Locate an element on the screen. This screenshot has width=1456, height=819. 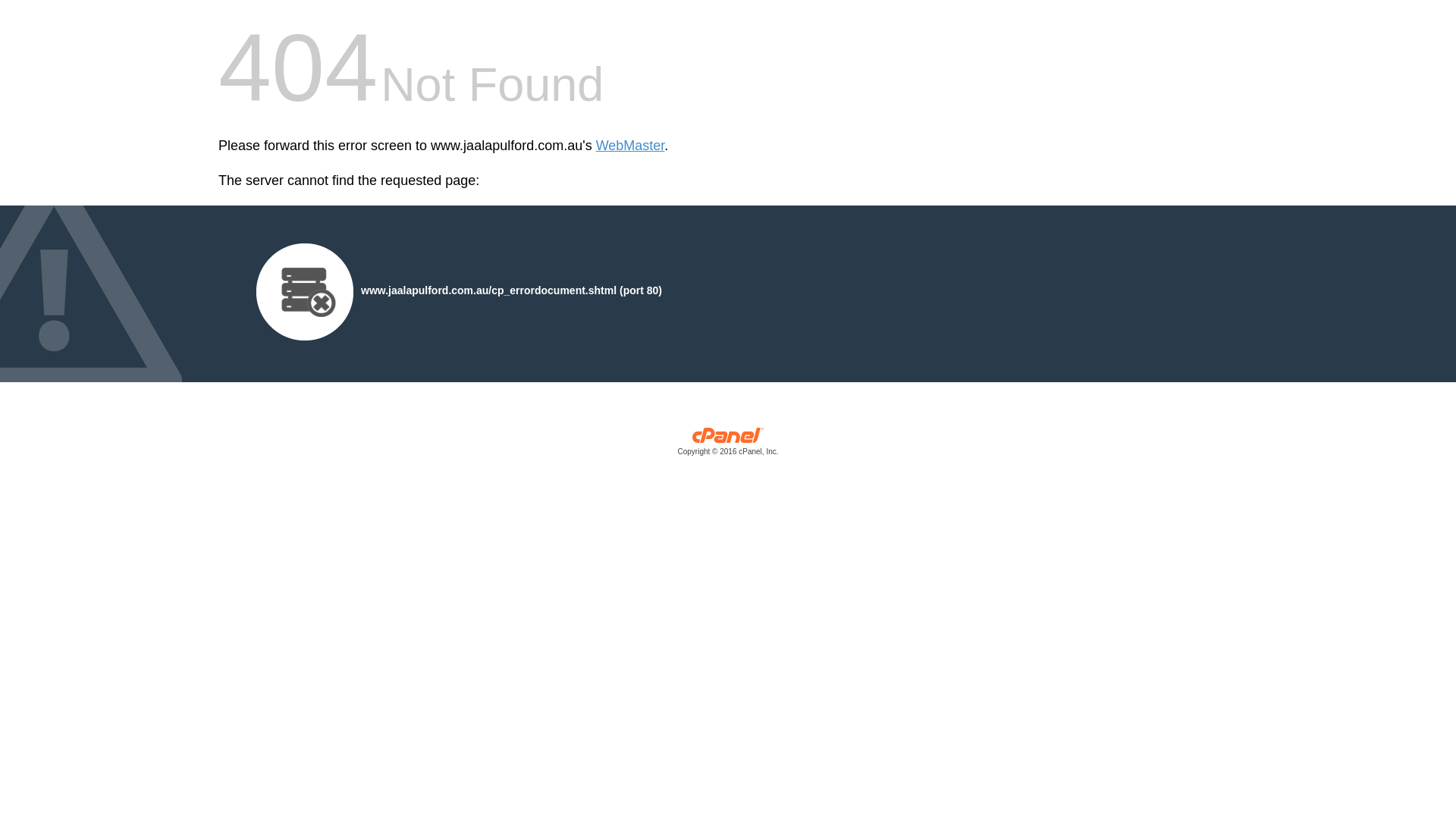
'WebMaster' is located at coordinates (630, 146).